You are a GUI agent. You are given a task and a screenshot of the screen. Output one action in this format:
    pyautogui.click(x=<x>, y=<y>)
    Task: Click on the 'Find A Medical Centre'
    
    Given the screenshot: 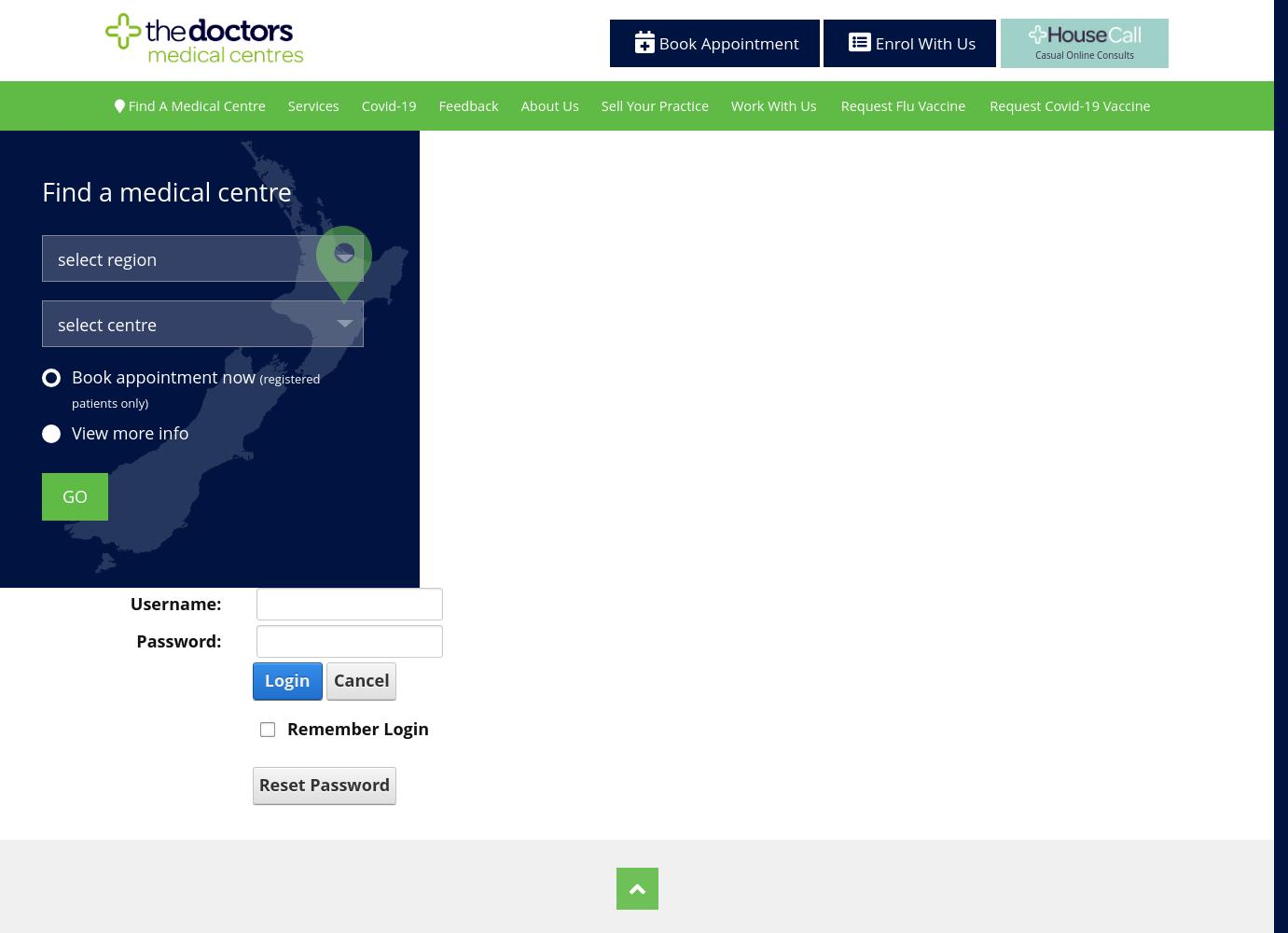 What is the action you would take?
    pyautogui.click(x=195, y=104)
    